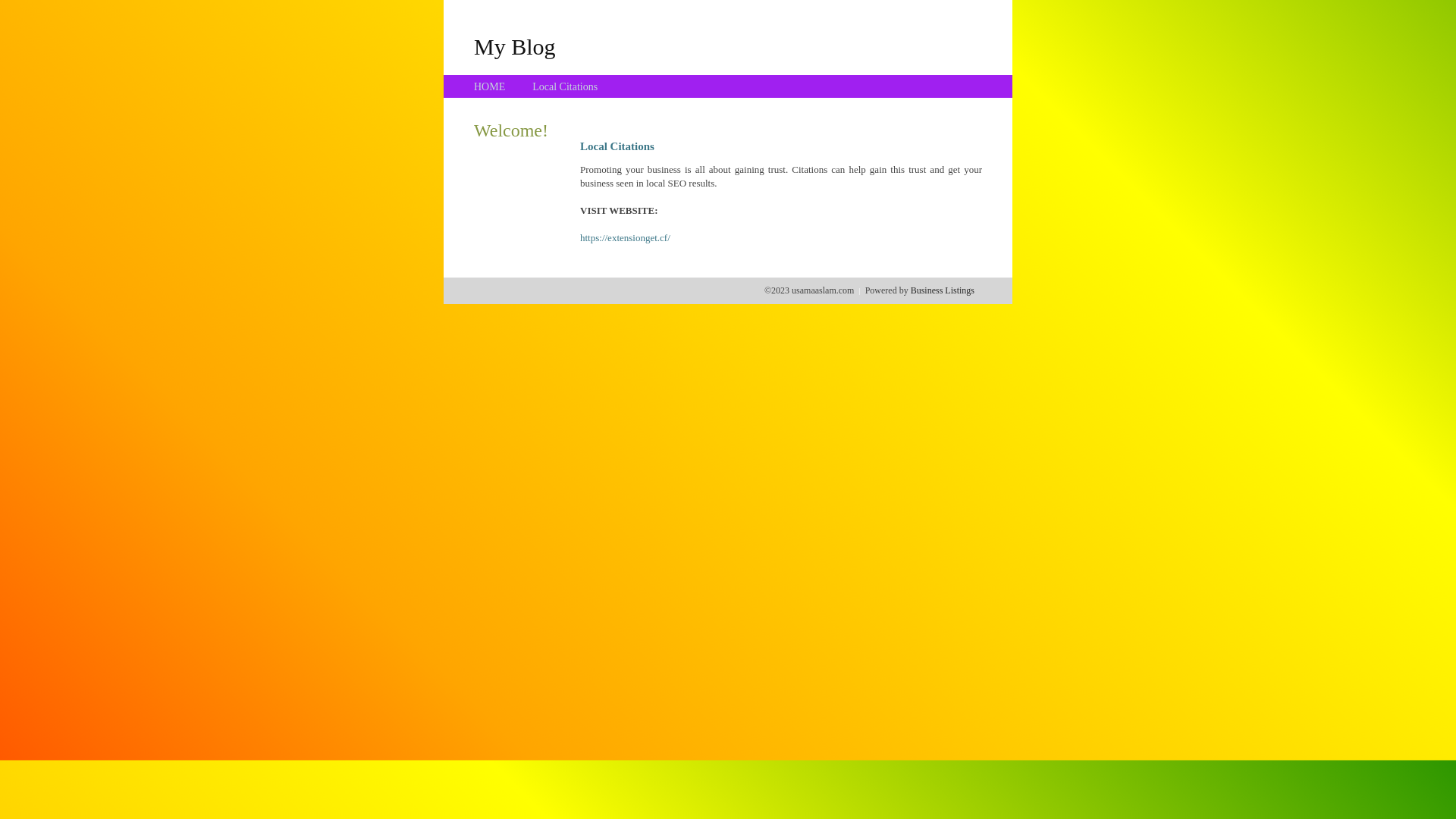  Describe the element at coordinates (472, 86) in the screenshot. I see `'HOME'` at that location.